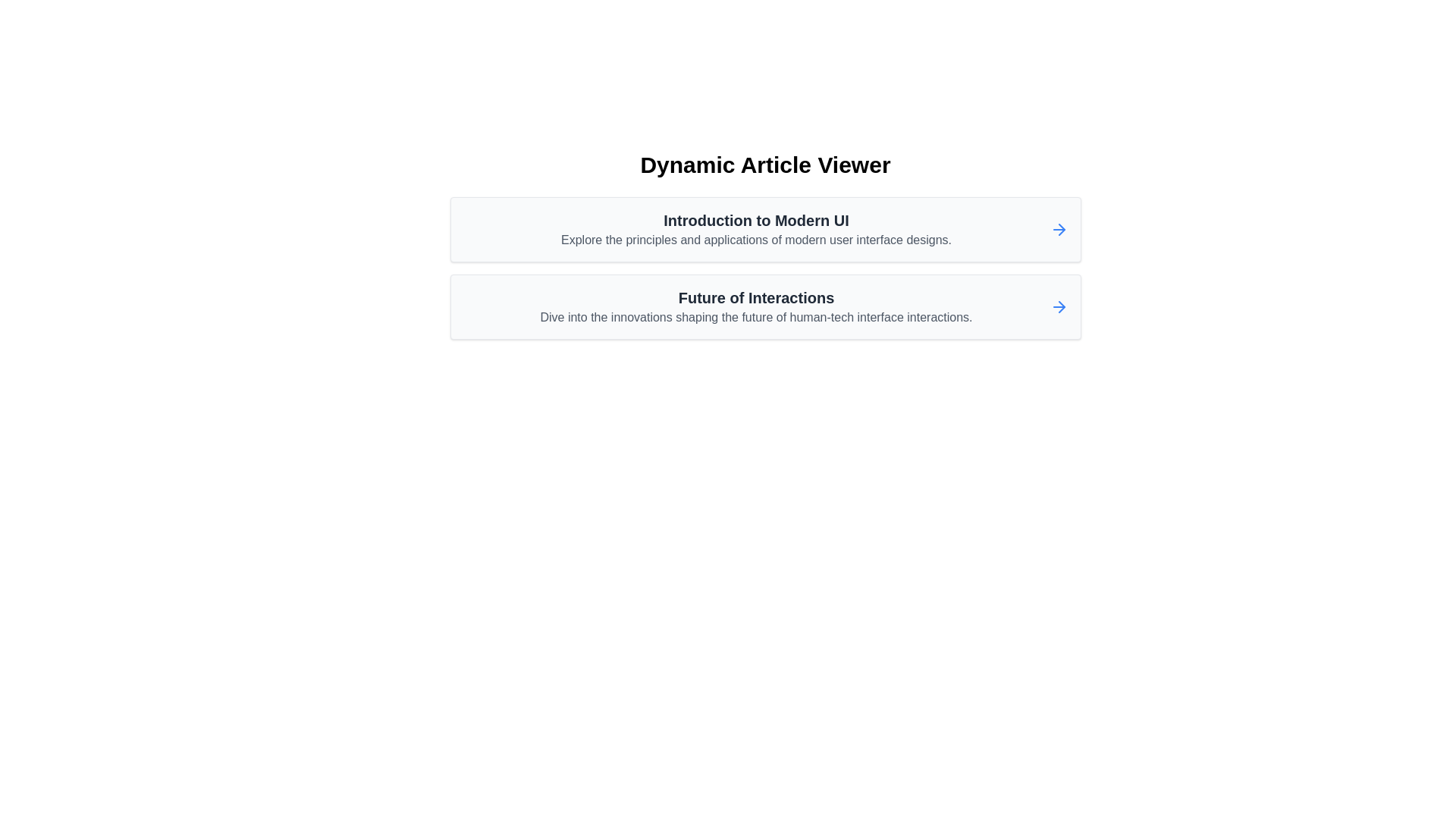 The height and width of the screenshot is (819, 1456). I want to click on the navigation arrow icon located in the rightmost region of the 'Future of Interactions' section to redirect users to the detailed page or action related to this topic, so click(1058, 307).